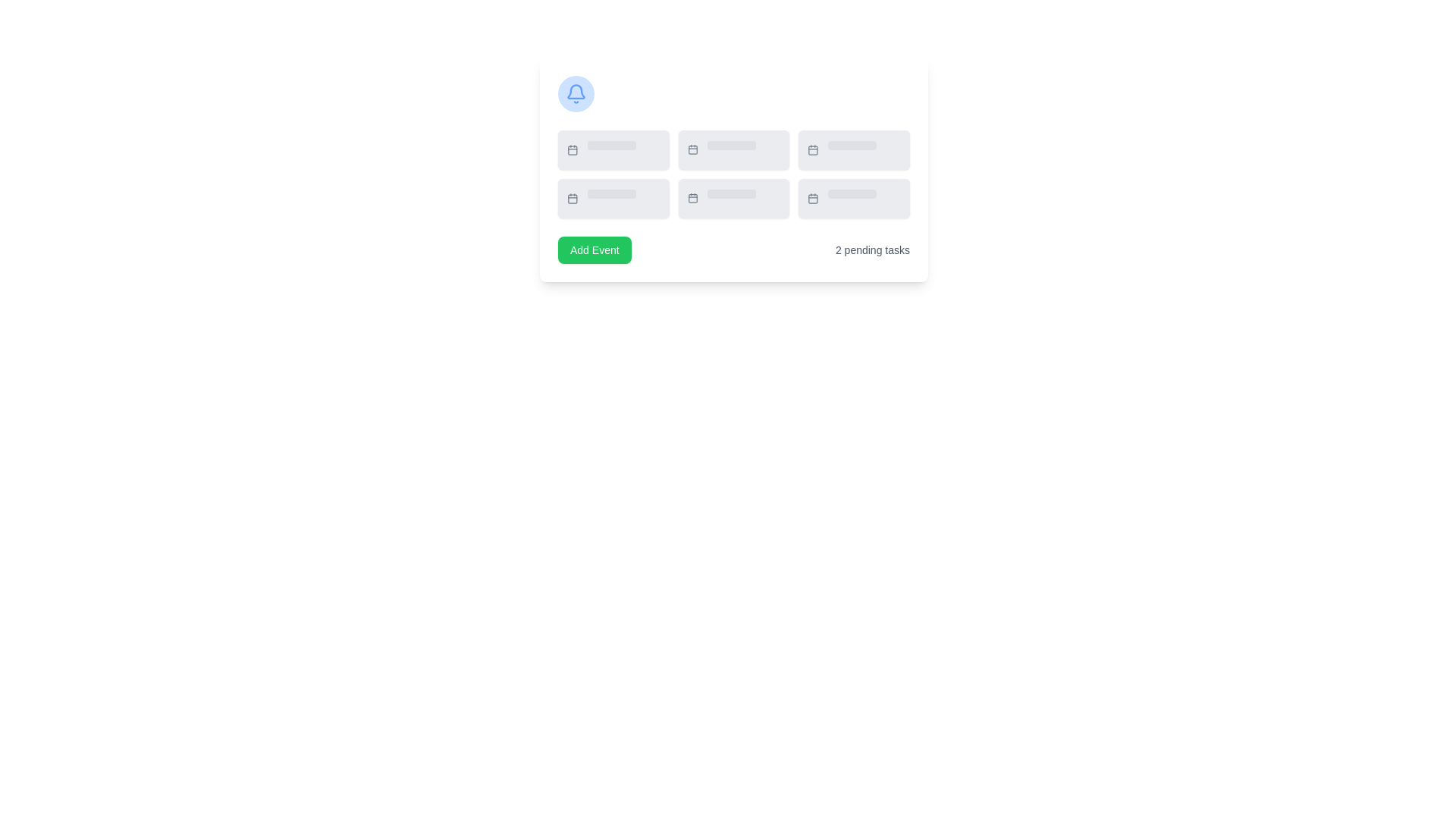 The width and height of the screenshot is (1456, 819). I want to click on the non-interactive part of the calendar icon located at the upper portion of the interface, which serves as the main rectangular body of the calendar, so click(572, 150).